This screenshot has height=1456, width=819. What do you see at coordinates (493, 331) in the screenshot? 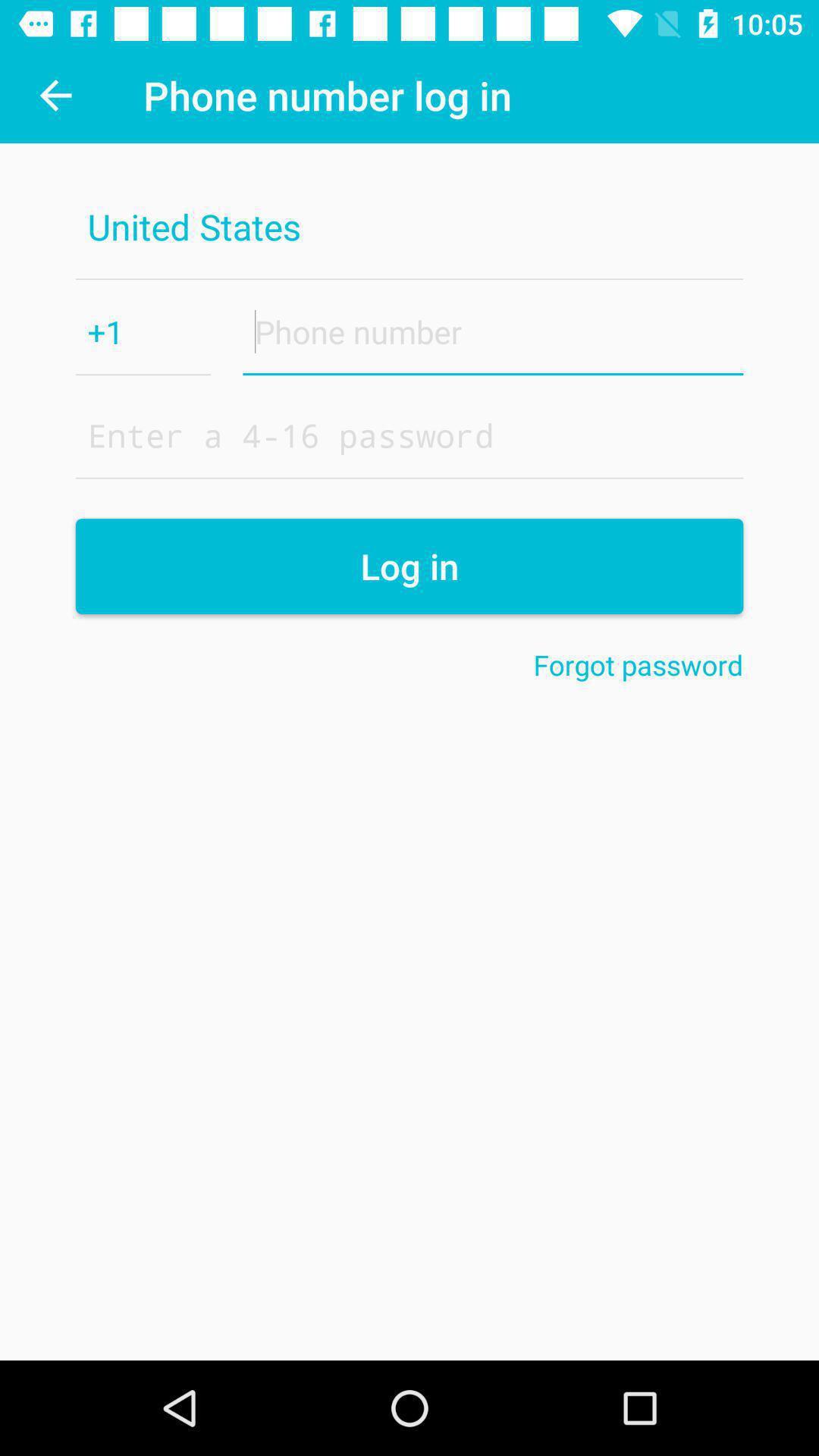
I see `the item to the right of the +1 icon` at bounding box center [493, 331].